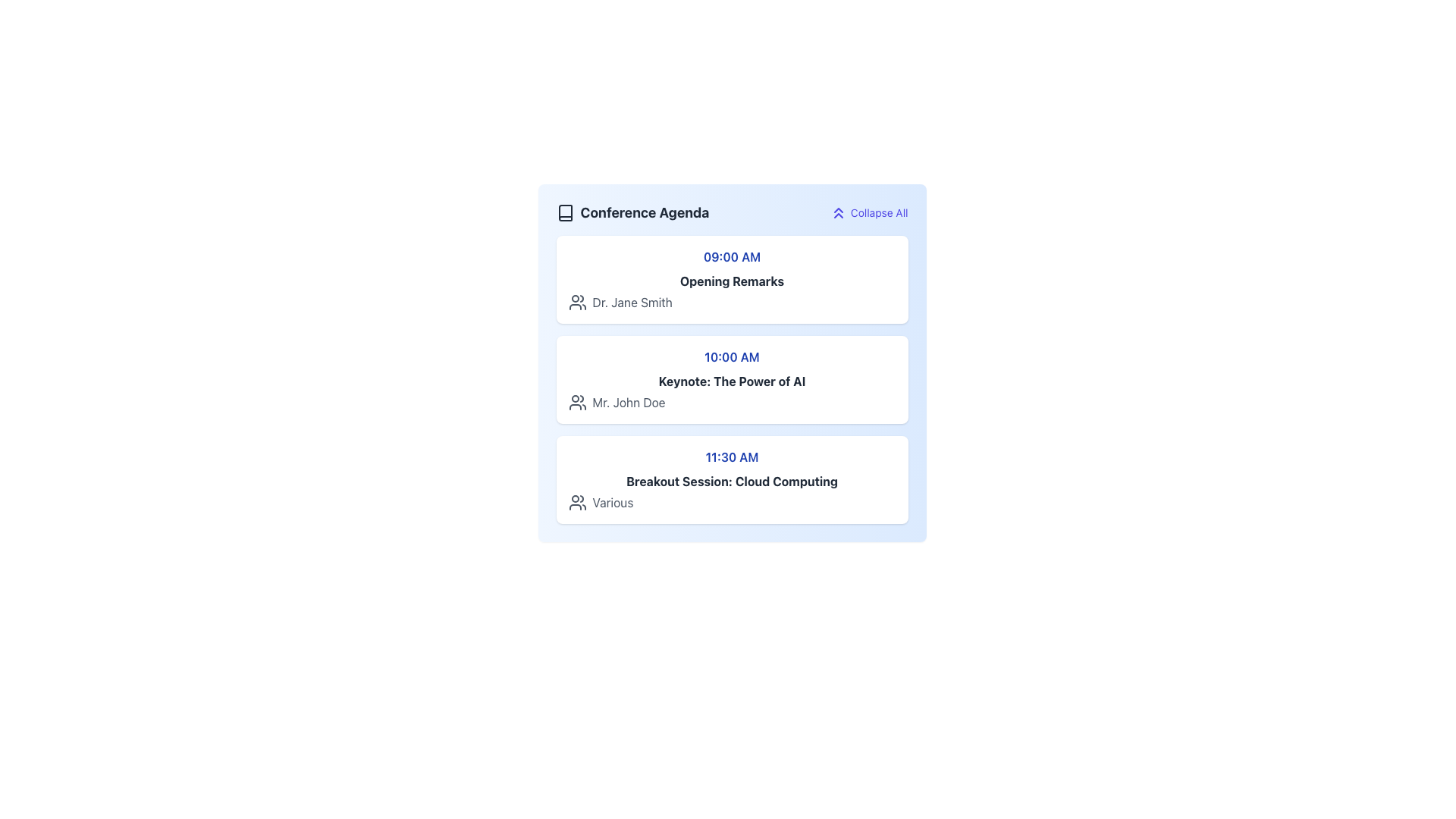 The width and height of the screenshot is (1456, 819). What do you see at coordinates (576, 302) in the screenshot?
I see `the user icon preceding the text 'Dr. Jane Smith' in the conference agenda for the 'Opening Remarks' at 09:00 AM` at bounding box center [576, 302].